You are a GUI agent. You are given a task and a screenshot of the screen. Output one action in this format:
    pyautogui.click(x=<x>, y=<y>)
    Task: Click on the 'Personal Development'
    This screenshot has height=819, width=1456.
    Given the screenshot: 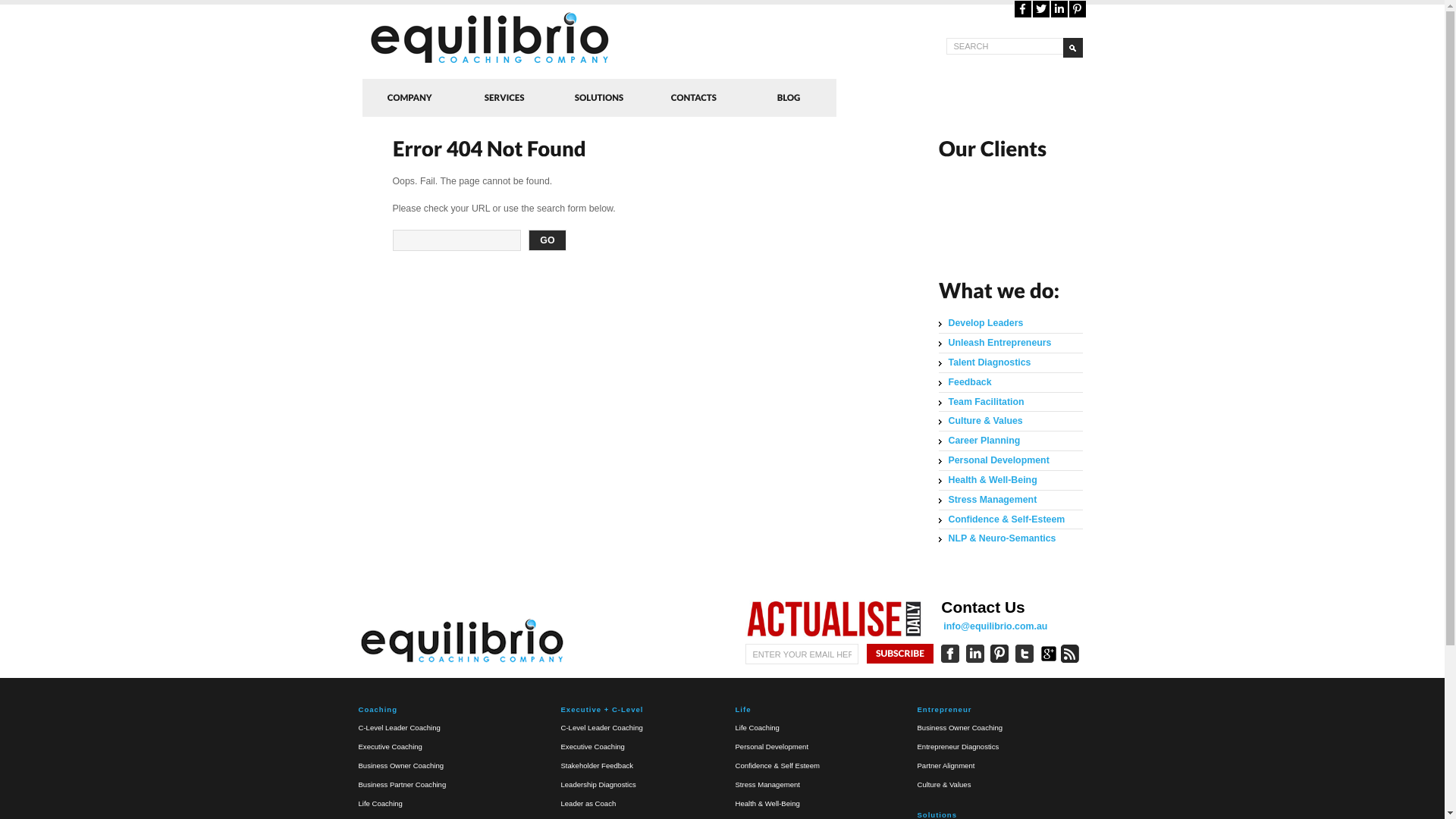 What is the action you would take?
    pyautogui.click(x=996, y=460)
    